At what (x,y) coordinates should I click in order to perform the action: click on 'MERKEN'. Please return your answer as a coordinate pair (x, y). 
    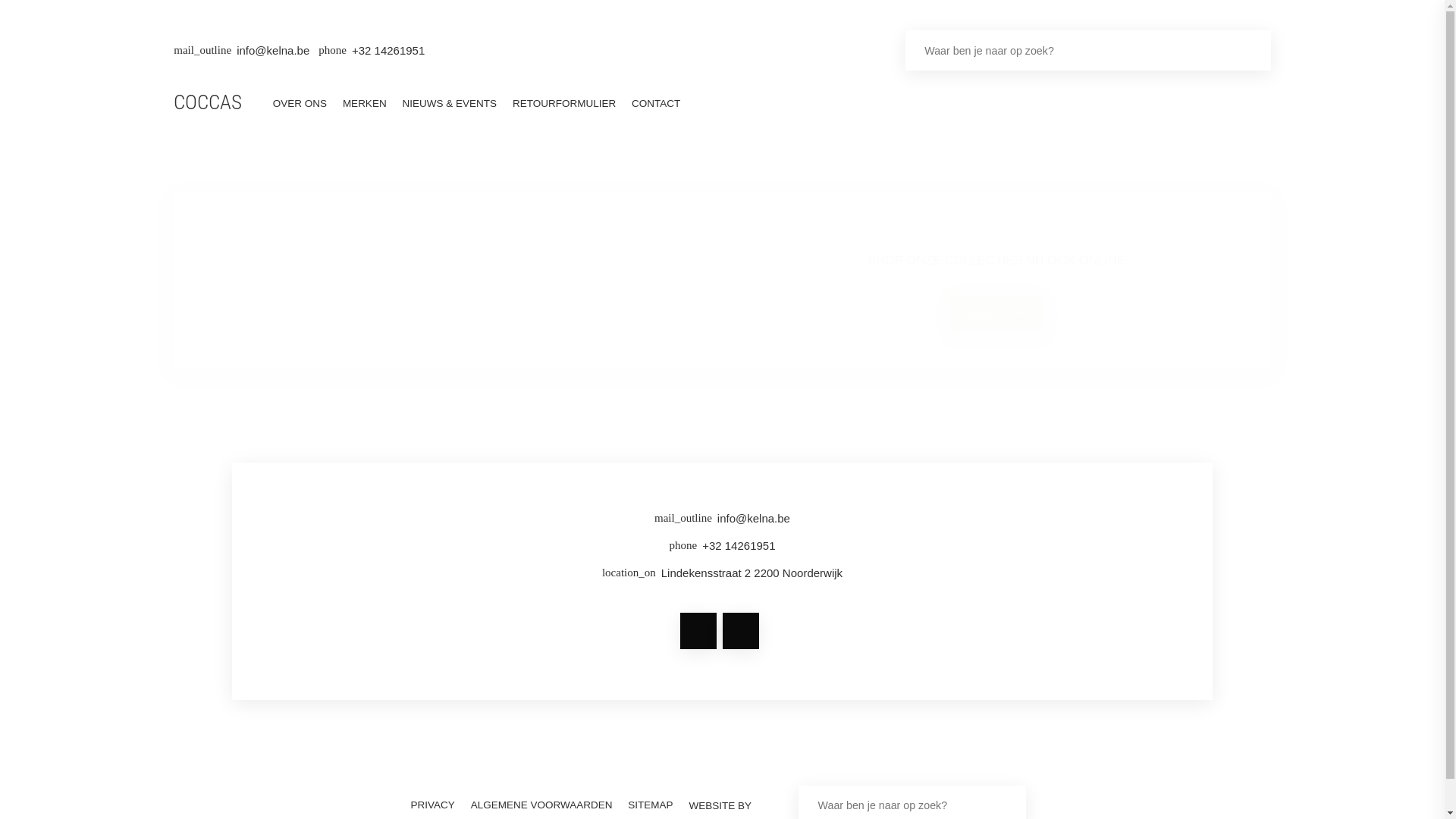
    Looking at the image, I should click on (364, 102).